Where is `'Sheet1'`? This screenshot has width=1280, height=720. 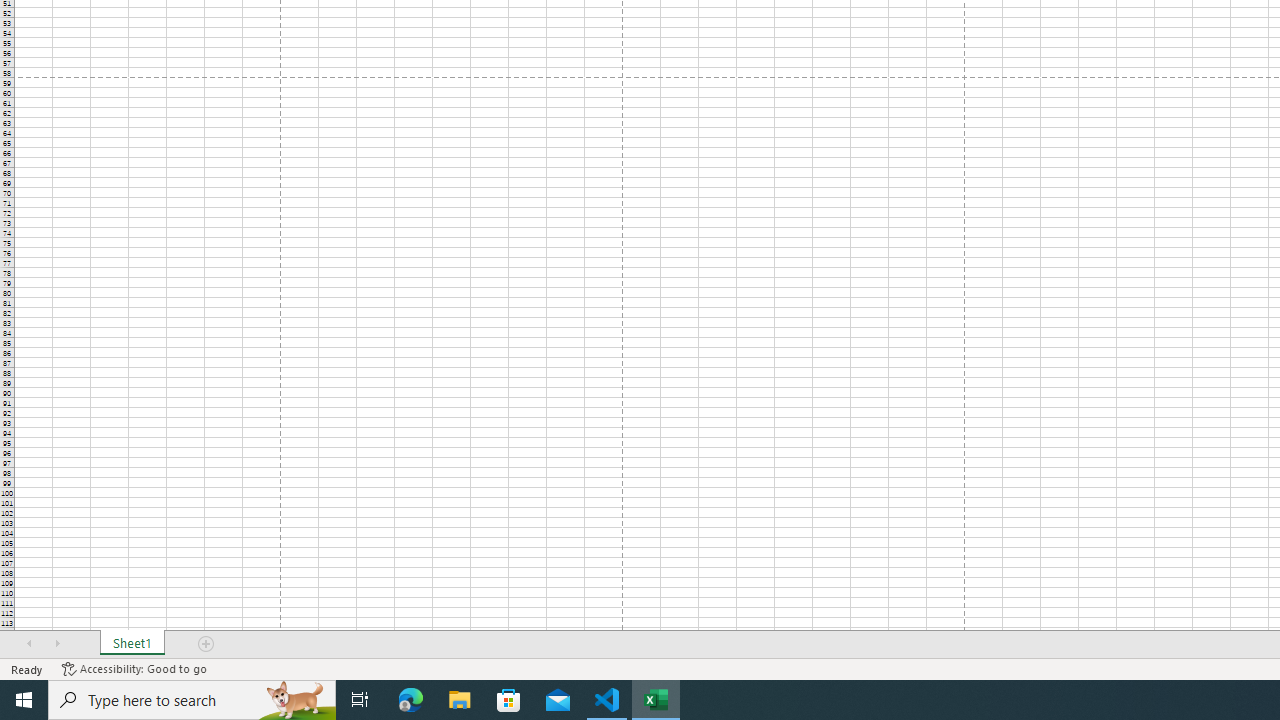
'Sheet1' is located at coordinates (131, 644).